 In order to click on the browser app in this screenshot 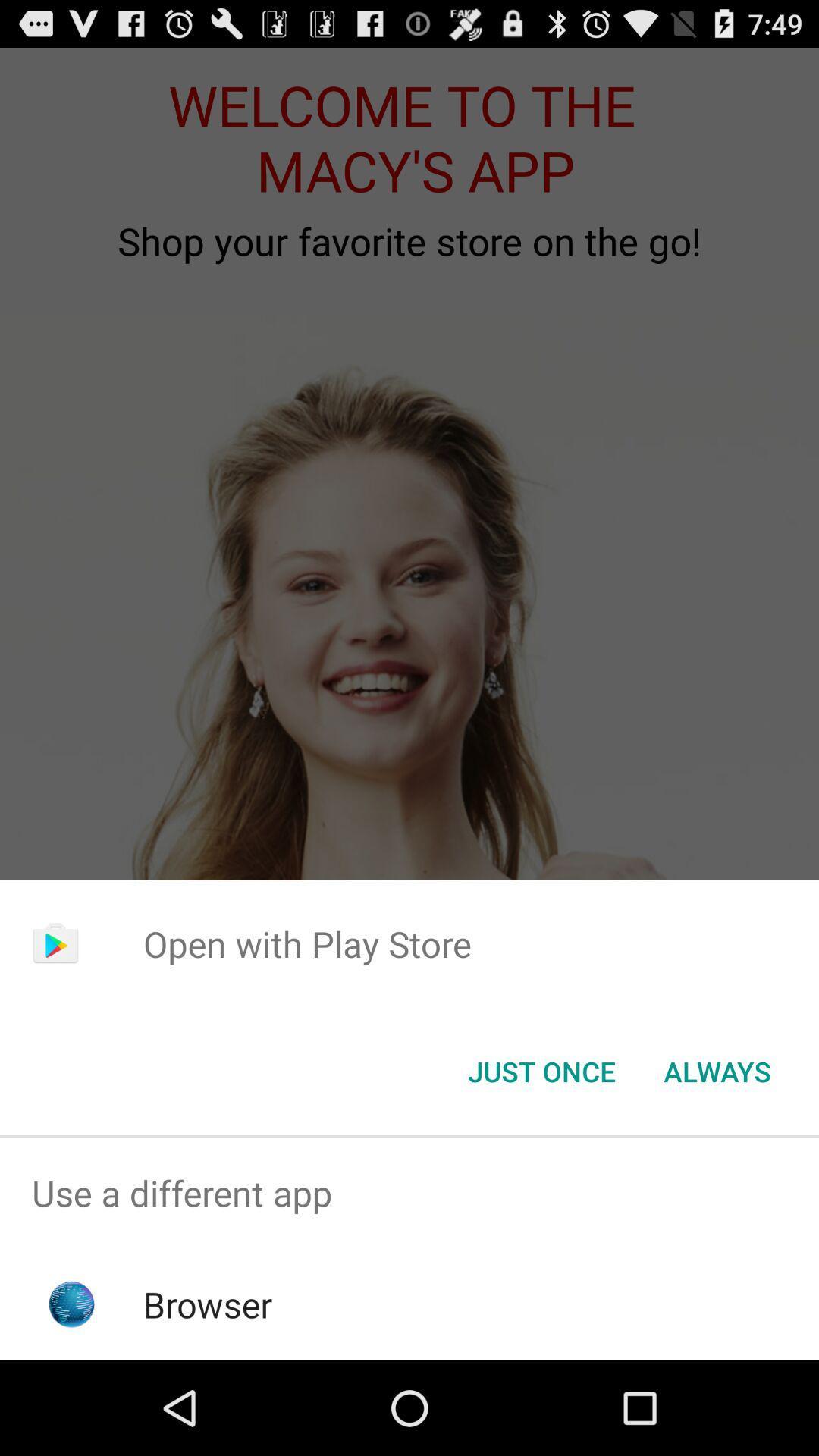, I will do `click(208, 1304)`.